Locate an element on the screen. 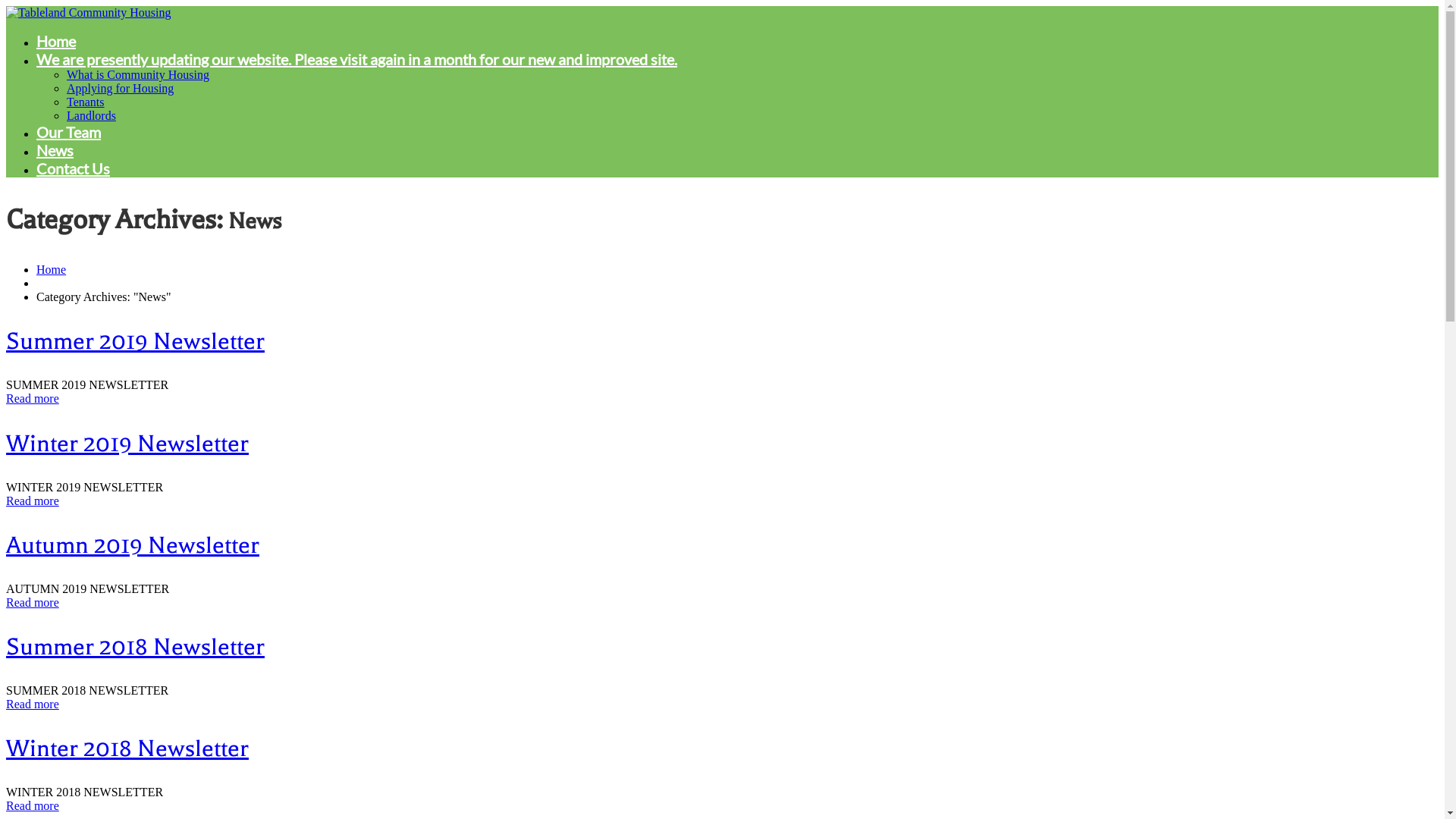 Image resolution: width=1456 pixels, height=819 pixels. 'Contact Us' is located at coordinates (72, 168).